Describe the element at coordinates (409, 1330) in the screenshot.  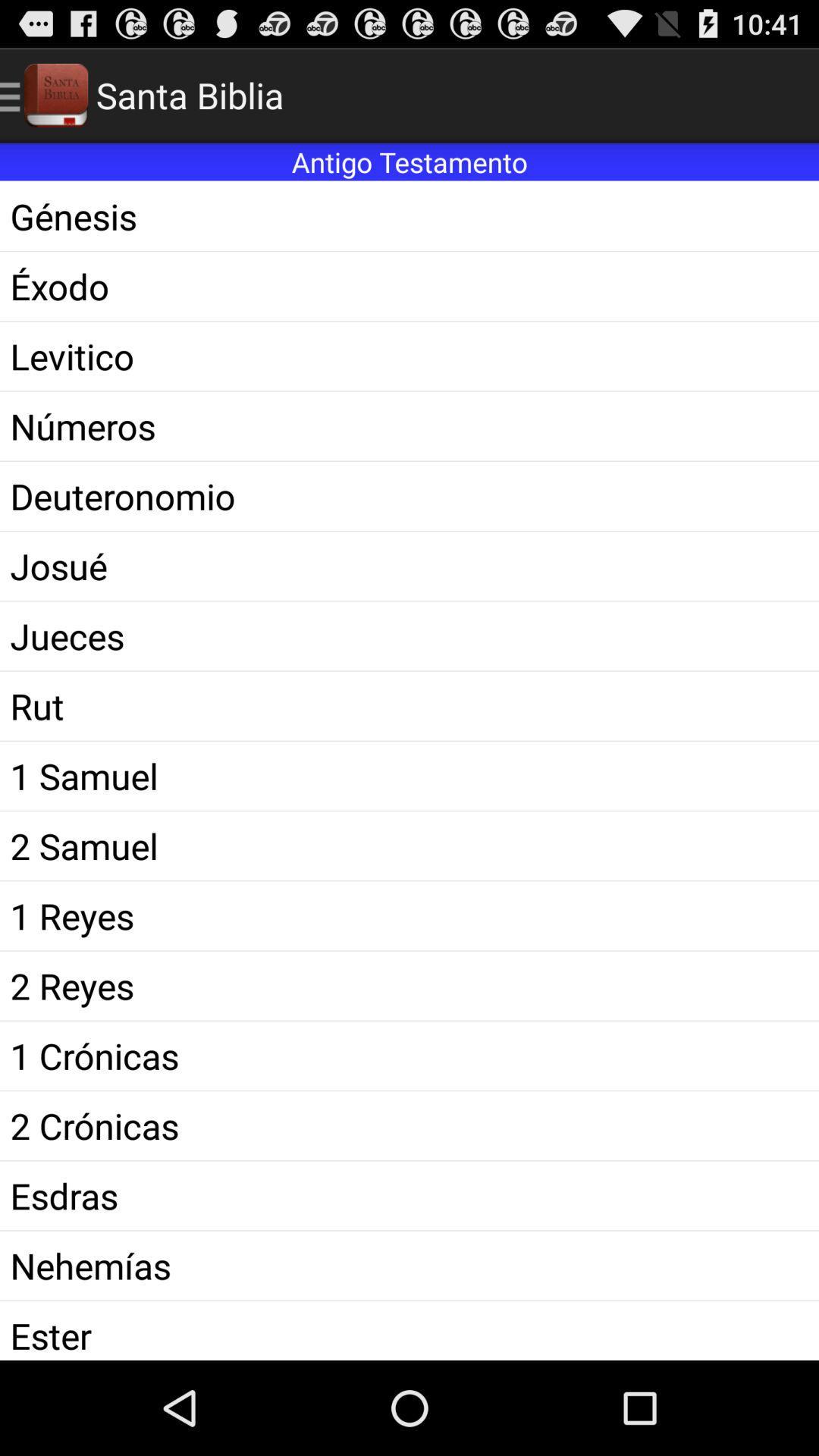
I see `the ester app` at that location.